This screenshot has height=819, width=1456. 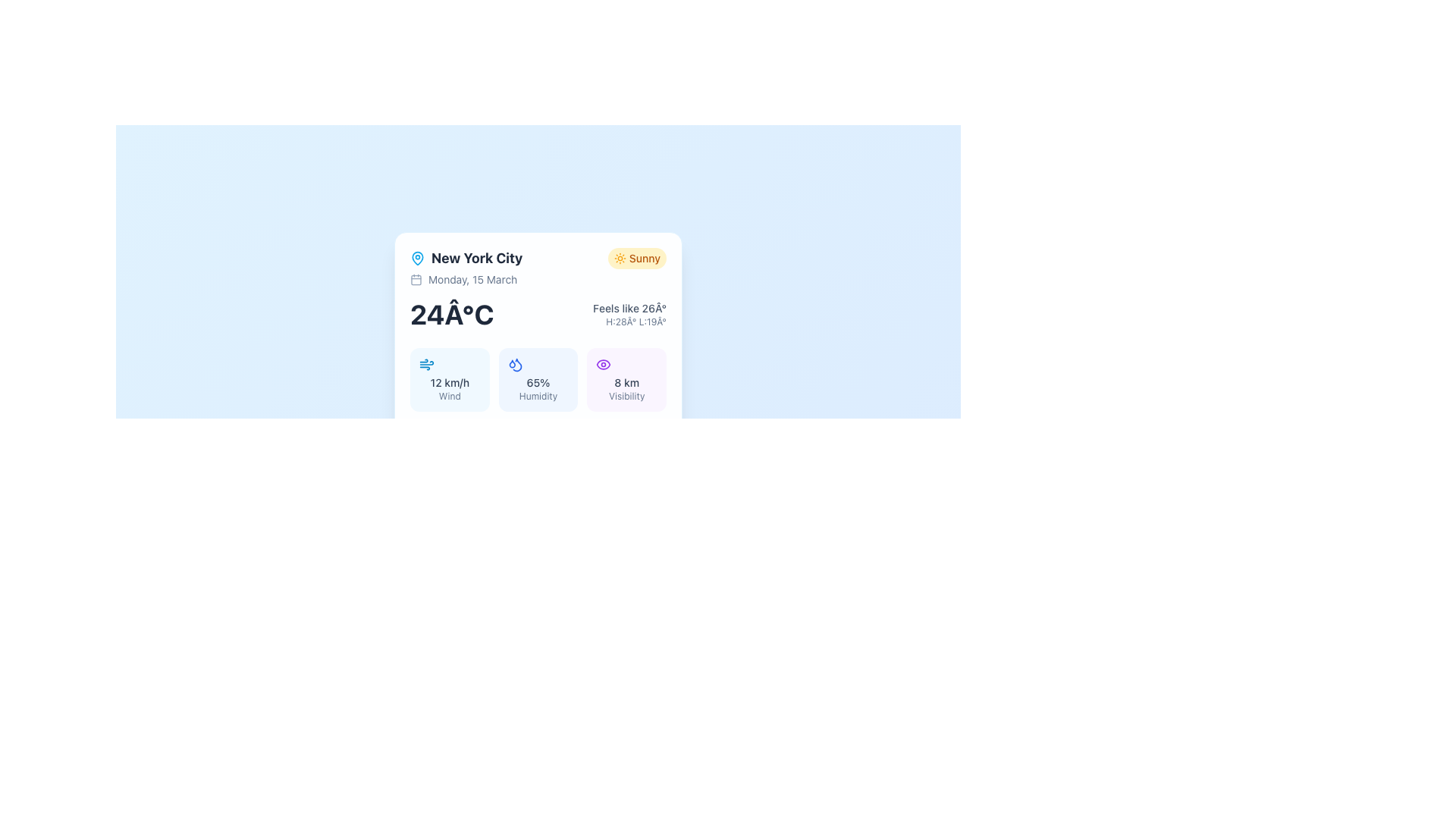 What do you see at coordinates (603, 365) in the screenshot?
I see `the purple eye icon representing visibility, located in the visibility information card above the text '8 km'` at bounding box center [603, 365].